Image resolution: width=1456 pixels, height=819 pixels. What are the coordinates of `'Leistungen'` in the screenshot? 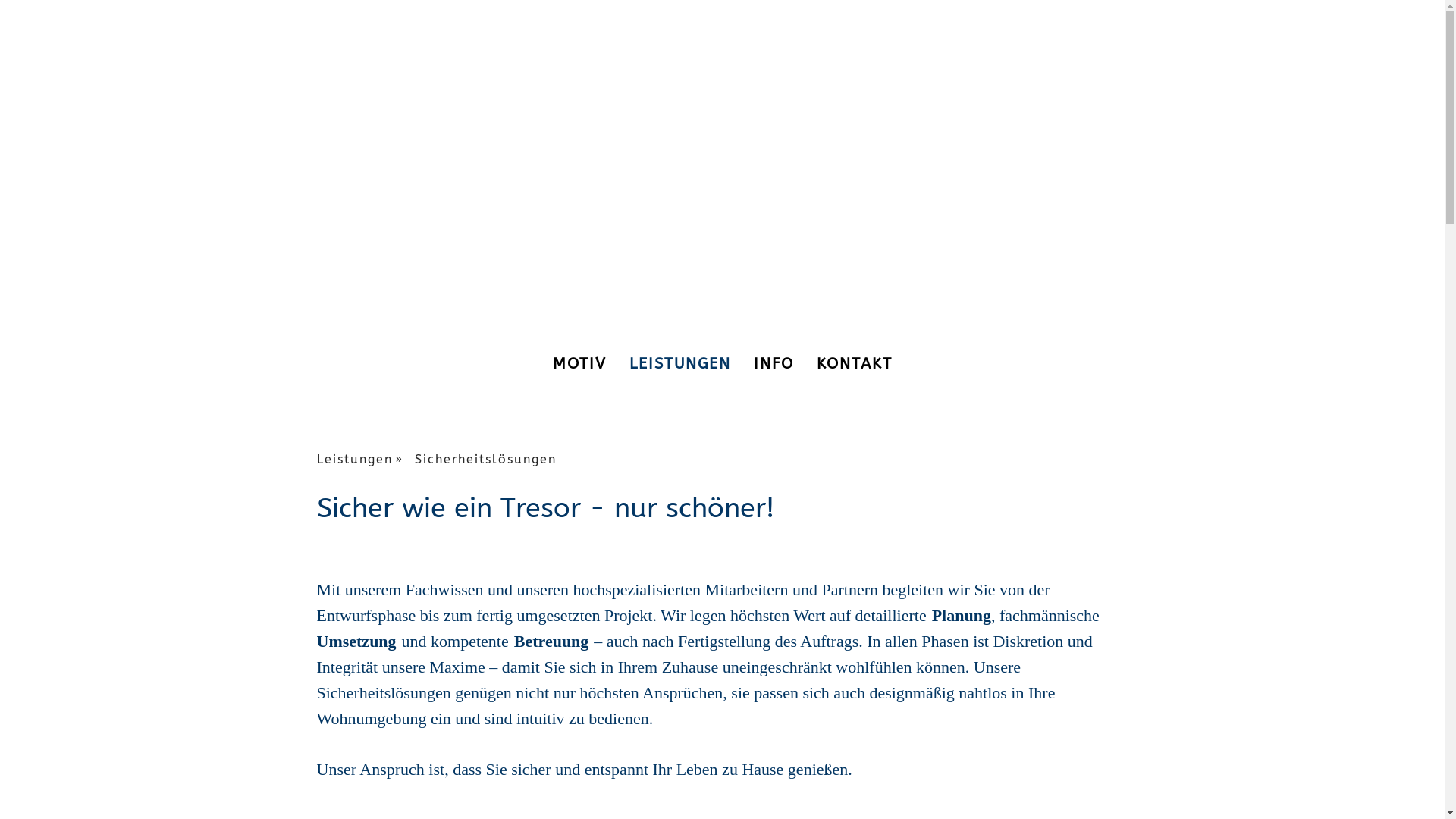 It's located at (366, 458).